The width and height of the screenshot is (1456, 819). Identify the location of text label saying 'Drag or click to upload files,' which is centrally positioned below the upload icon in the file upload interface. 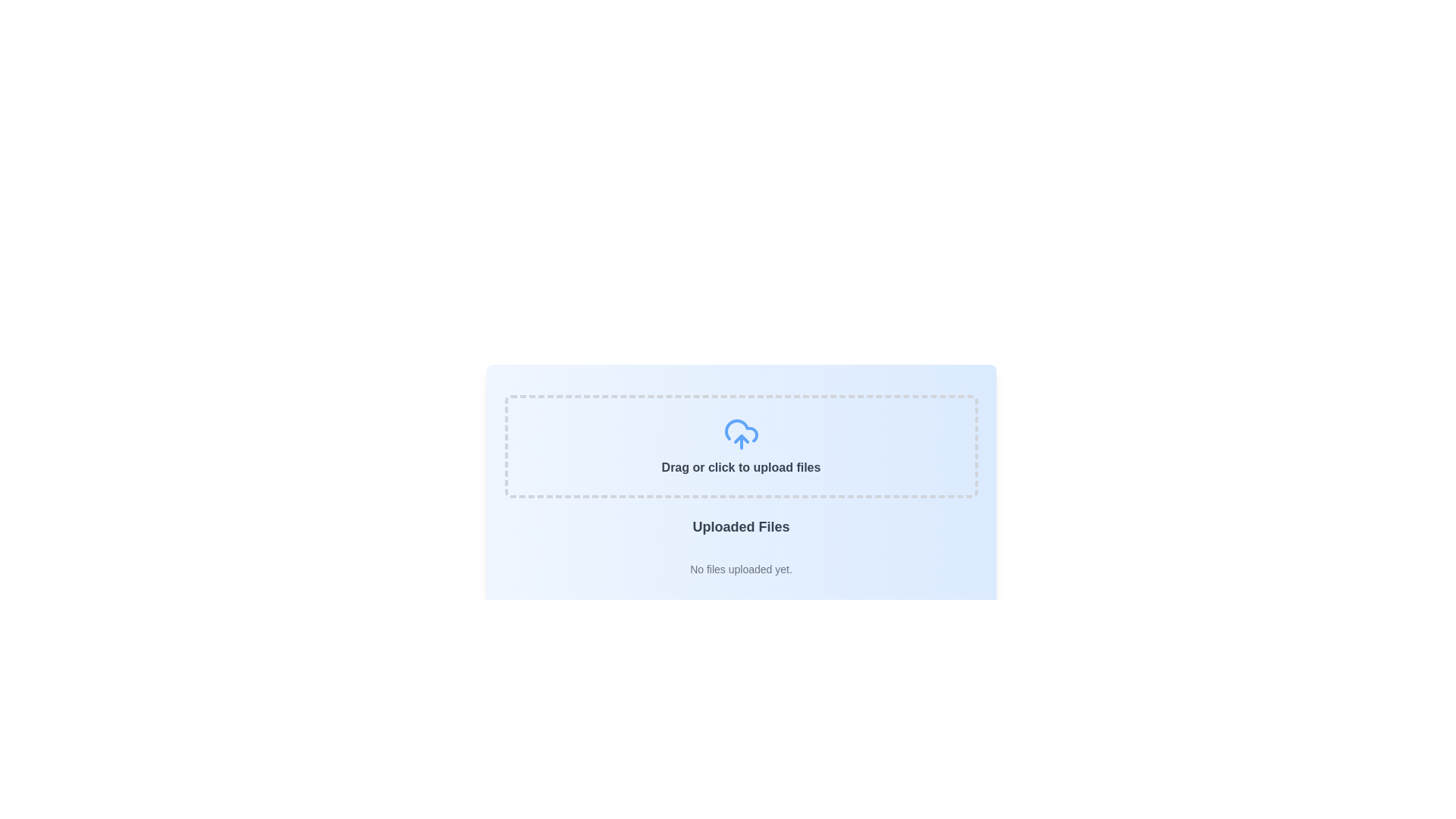
(741, 467).